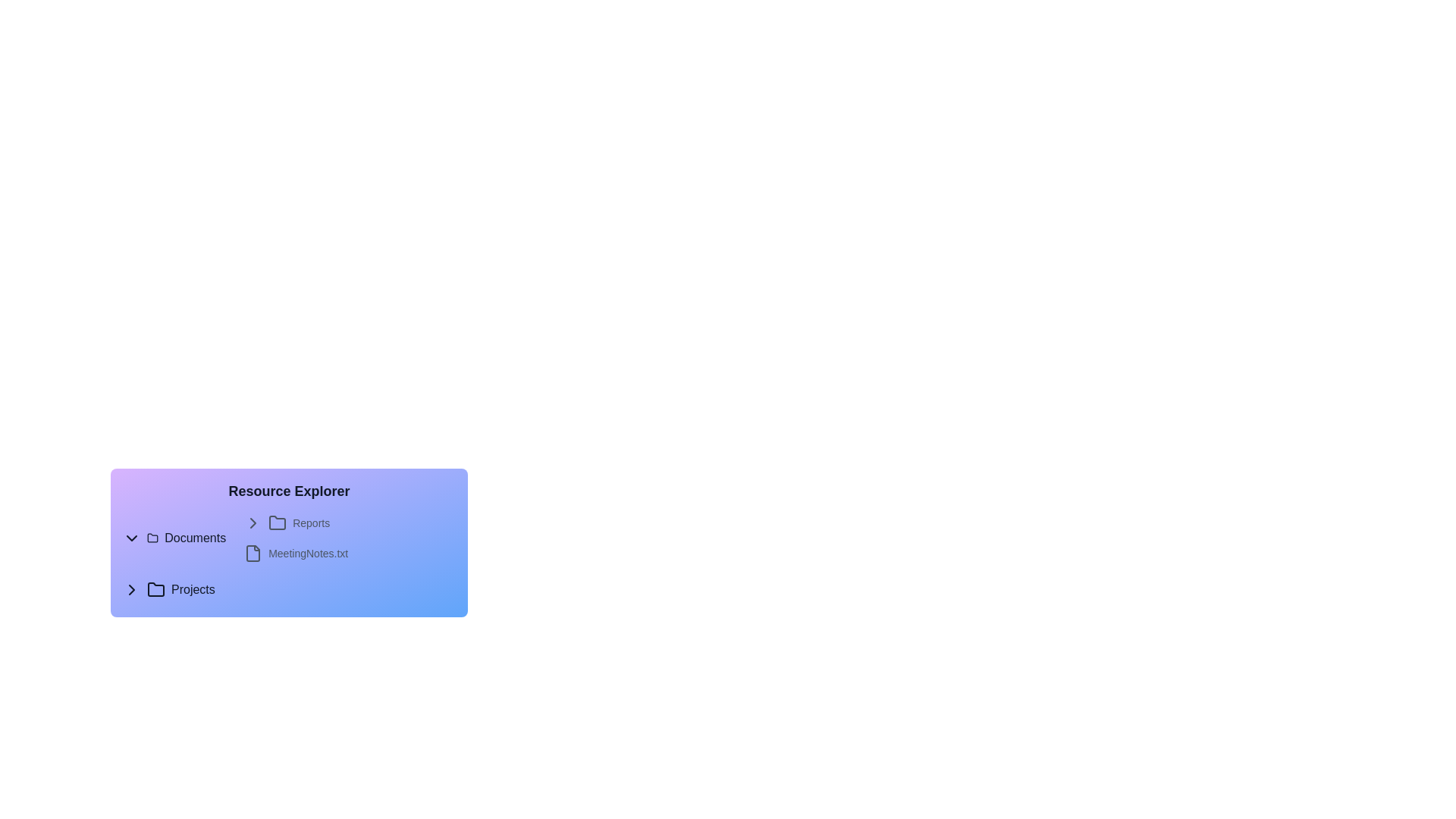  I want to click on the 'MeetingNotes.txt' file item within the 'Reports' folder section of the Resource Explorer, so click(349, 553).